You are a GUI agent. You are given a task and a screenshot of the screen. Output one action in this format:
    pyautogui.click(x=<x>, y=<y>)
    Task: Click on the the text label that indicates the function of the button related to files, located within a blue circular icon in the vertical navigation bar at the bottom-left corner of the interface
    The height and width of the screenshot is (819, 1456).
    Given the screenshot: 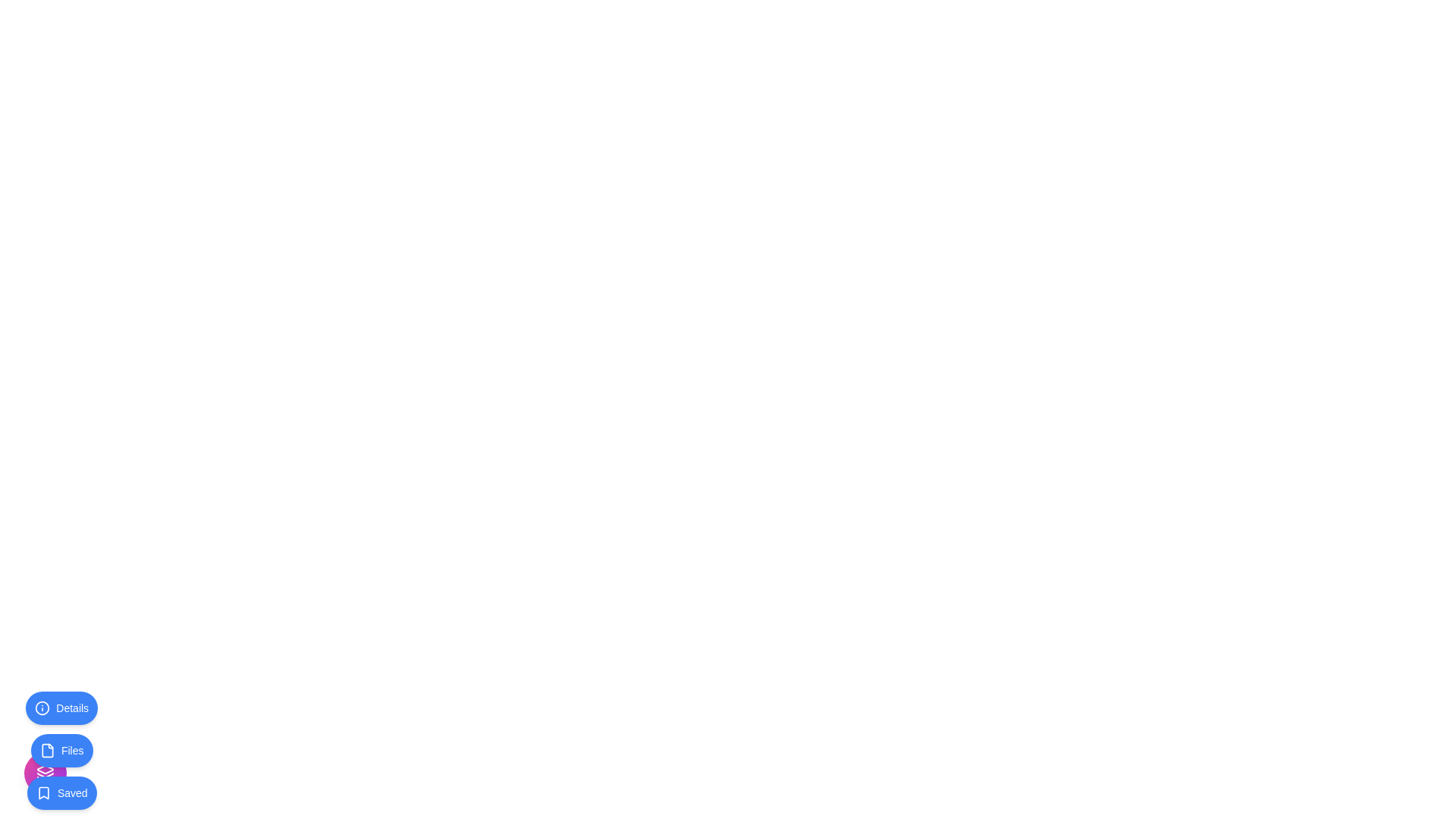 What is the action you would take?
    pyautogui.click(x=71, y=751)
    